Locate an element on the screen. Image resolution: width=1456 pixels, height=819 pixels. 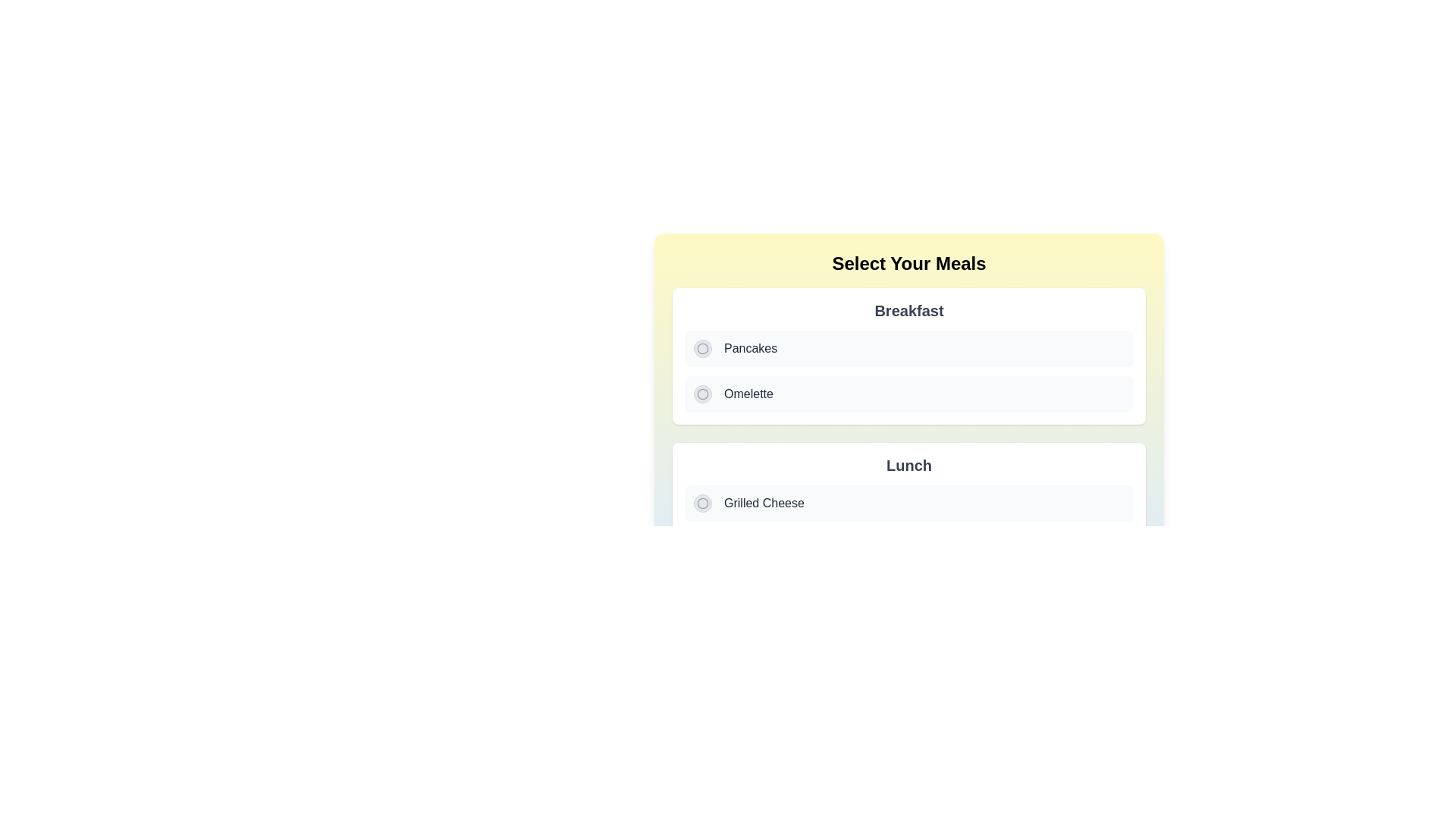
the 'Pancakes' label is located at coordinates (751, 348).